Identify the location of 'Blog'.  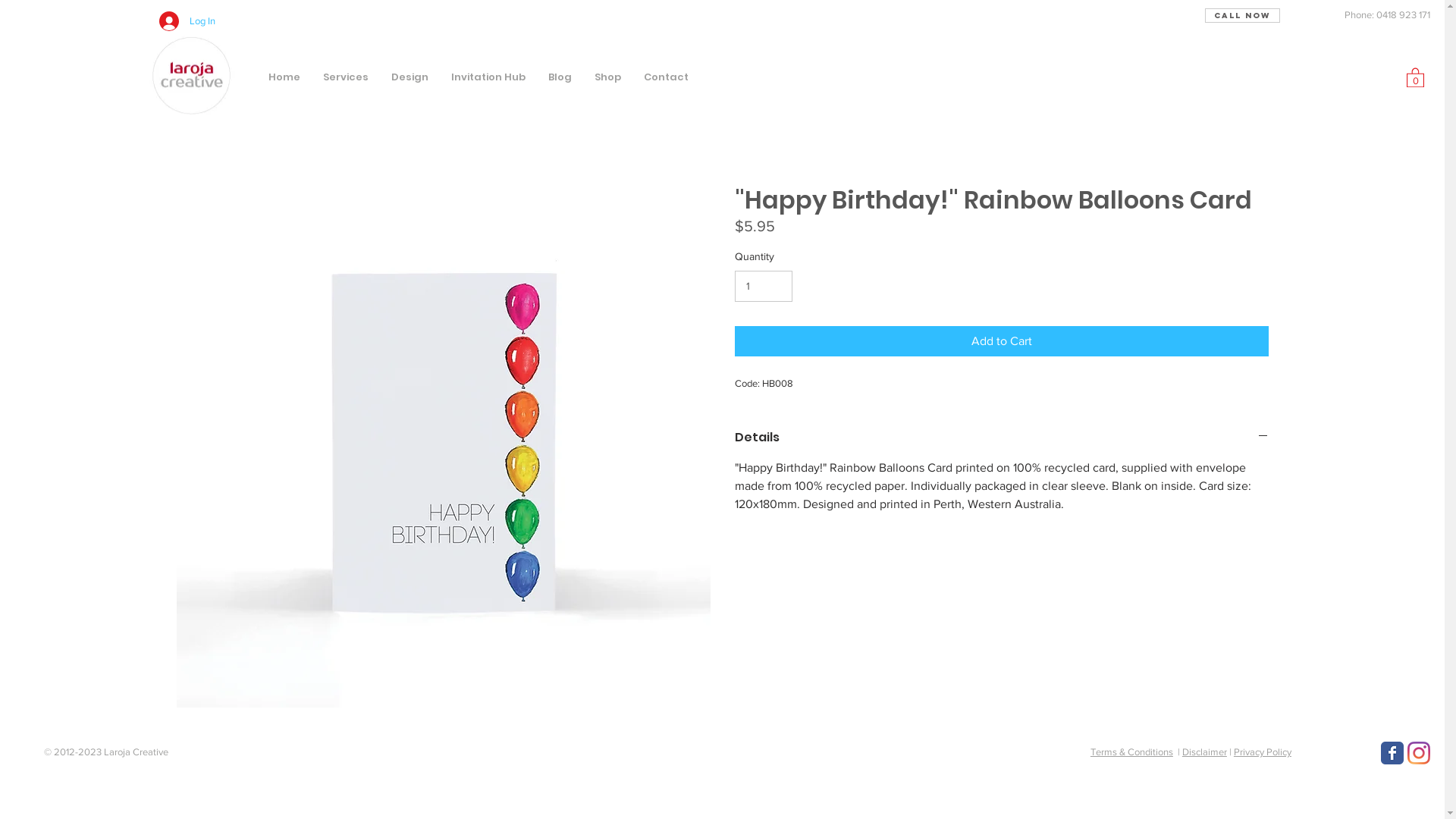
(559, 76).